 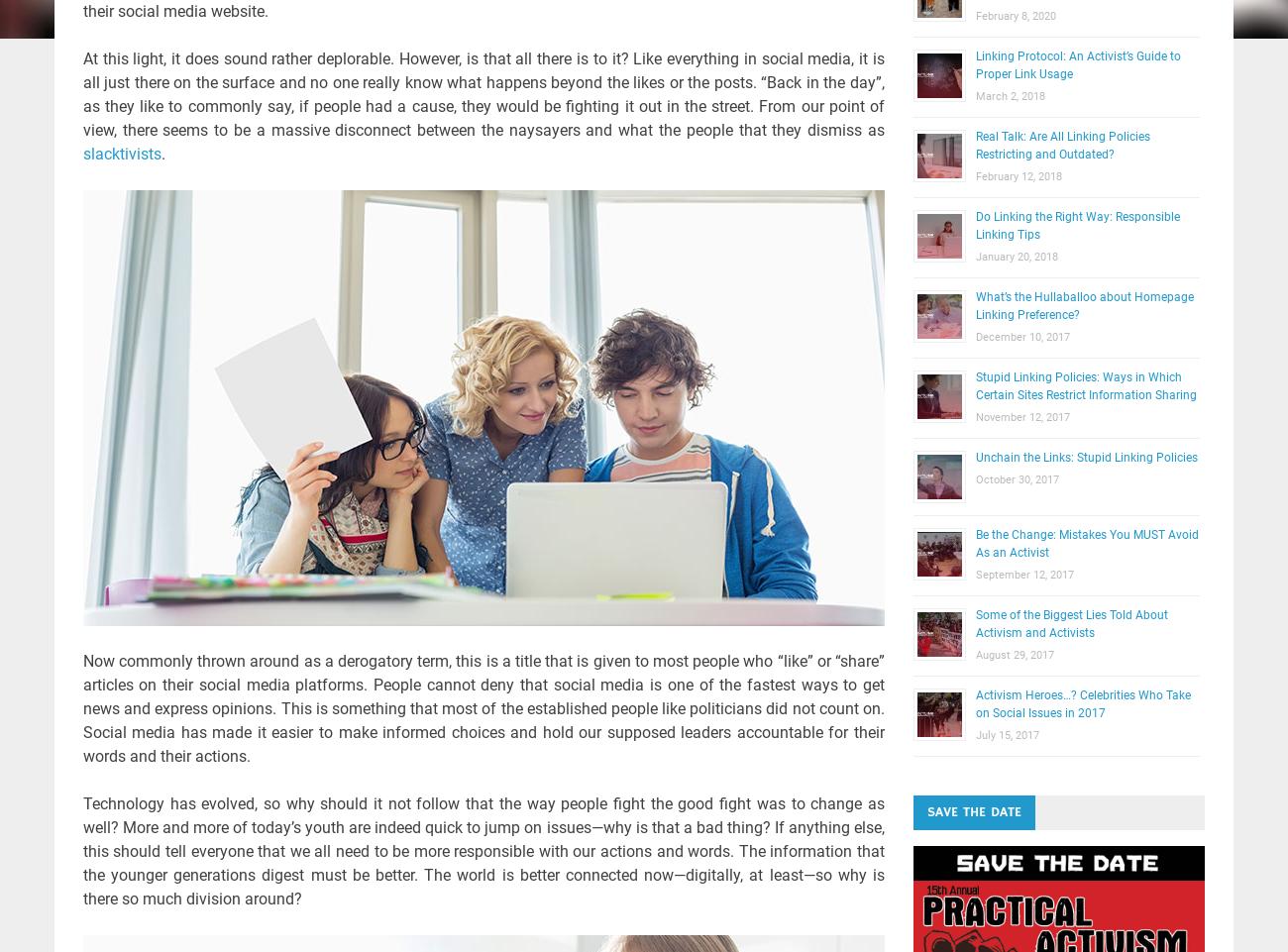 What do you see at coordinates (482, 94) in the screenshot?
I see `'At this light, it does sound rather deplorable. However, is that all there is to it? Like everything in social media, it is all just there on the surface and no one really know what happens beyond the likes or the posts. “Back in the day”, as they like to commonly say, if people had a cause, they would be fighting it out in the street. From our point of view, there seems to be a massive disconnect between the naysayers and what the people that they dismiss as'` at bounding box center [482, 94].